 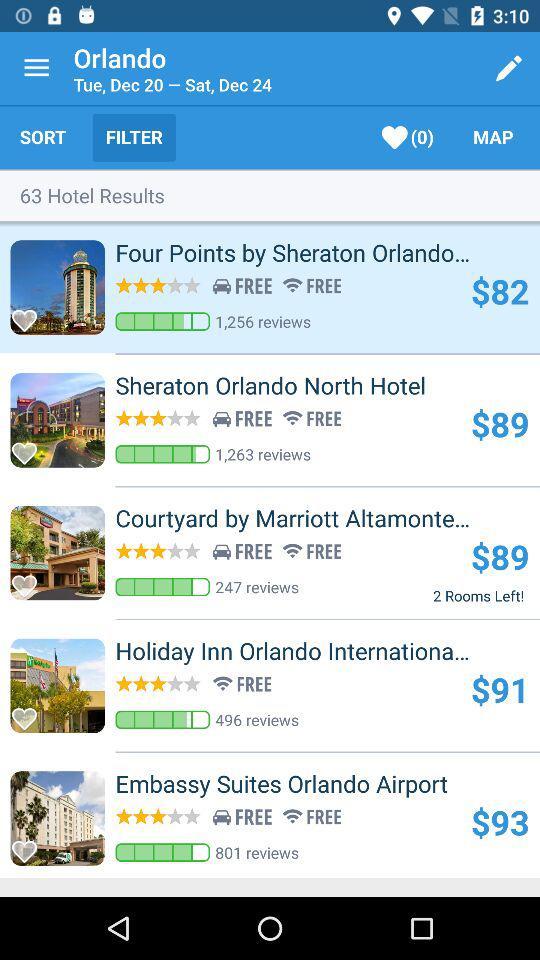 I want to click on icon below embassy suites orlando item, so click(x=499, y=822).